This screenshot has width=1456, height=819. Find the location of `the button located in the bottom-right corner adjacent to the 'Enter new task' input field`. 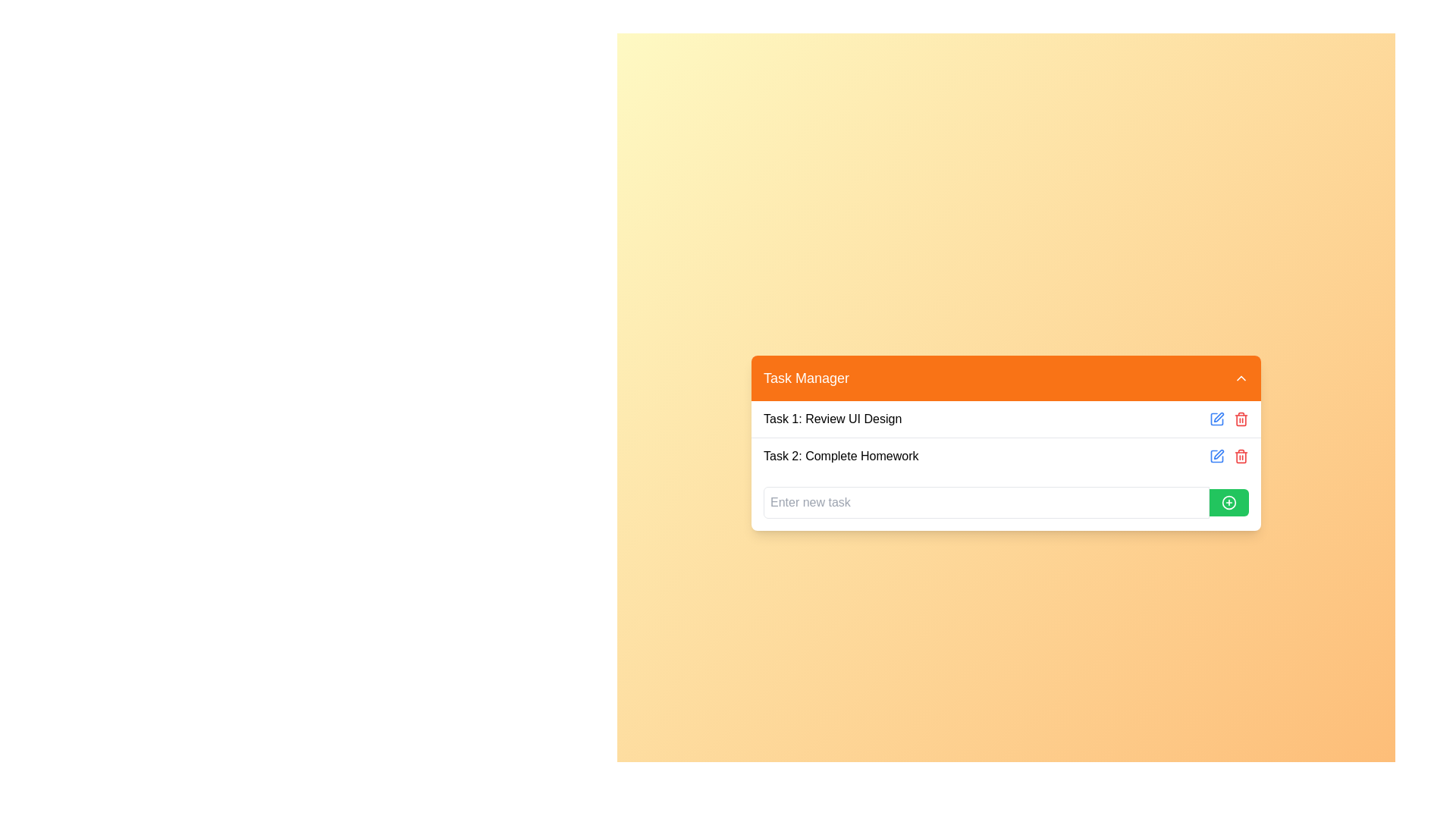

the button located in the bottom-right corner adjacent to the 'Enter new task' input field is located at coordinates (1229, 502).